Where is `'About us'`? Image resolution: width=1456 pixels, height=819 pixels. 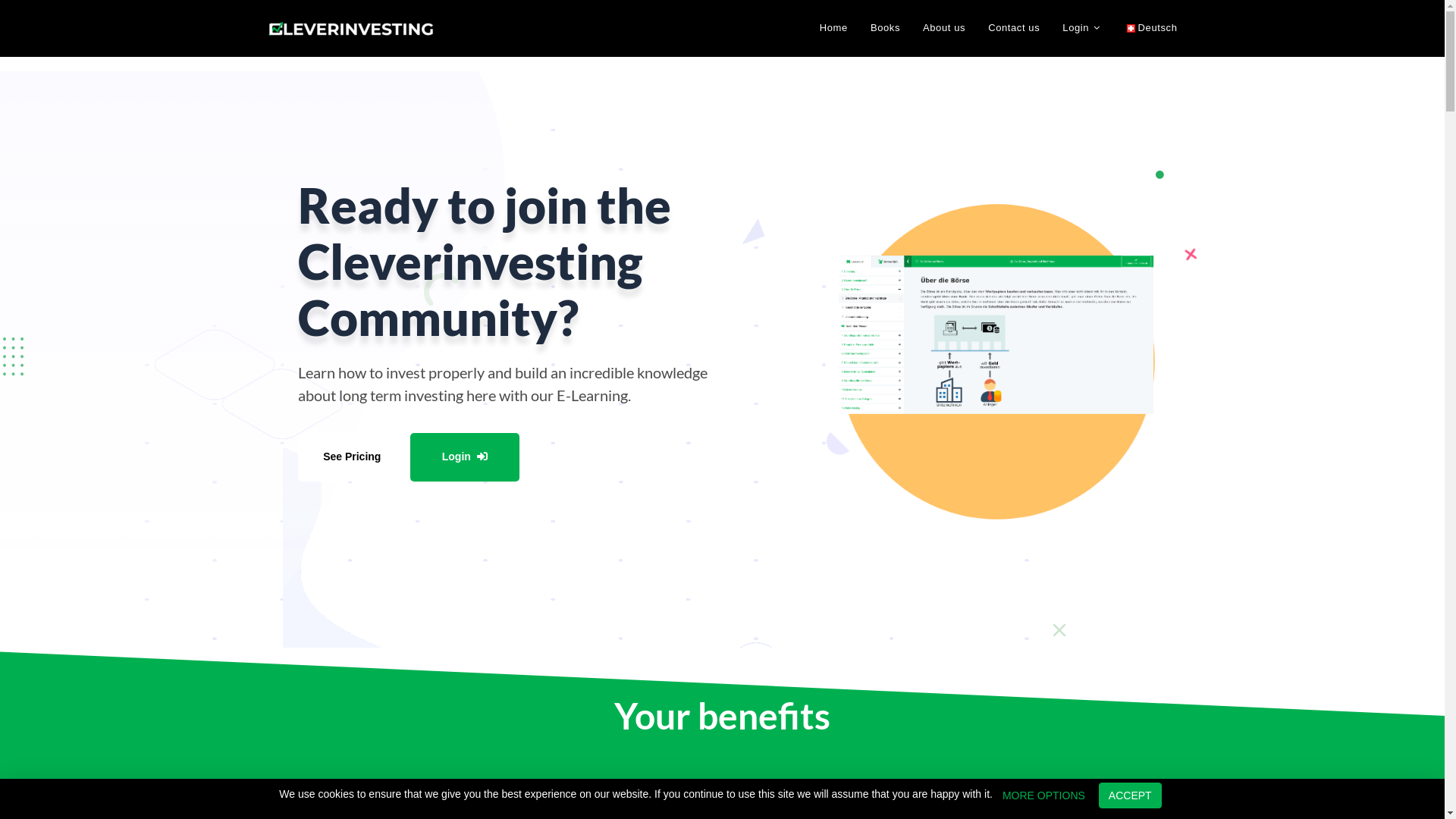
'About us' is located at coordinates (910, 28).